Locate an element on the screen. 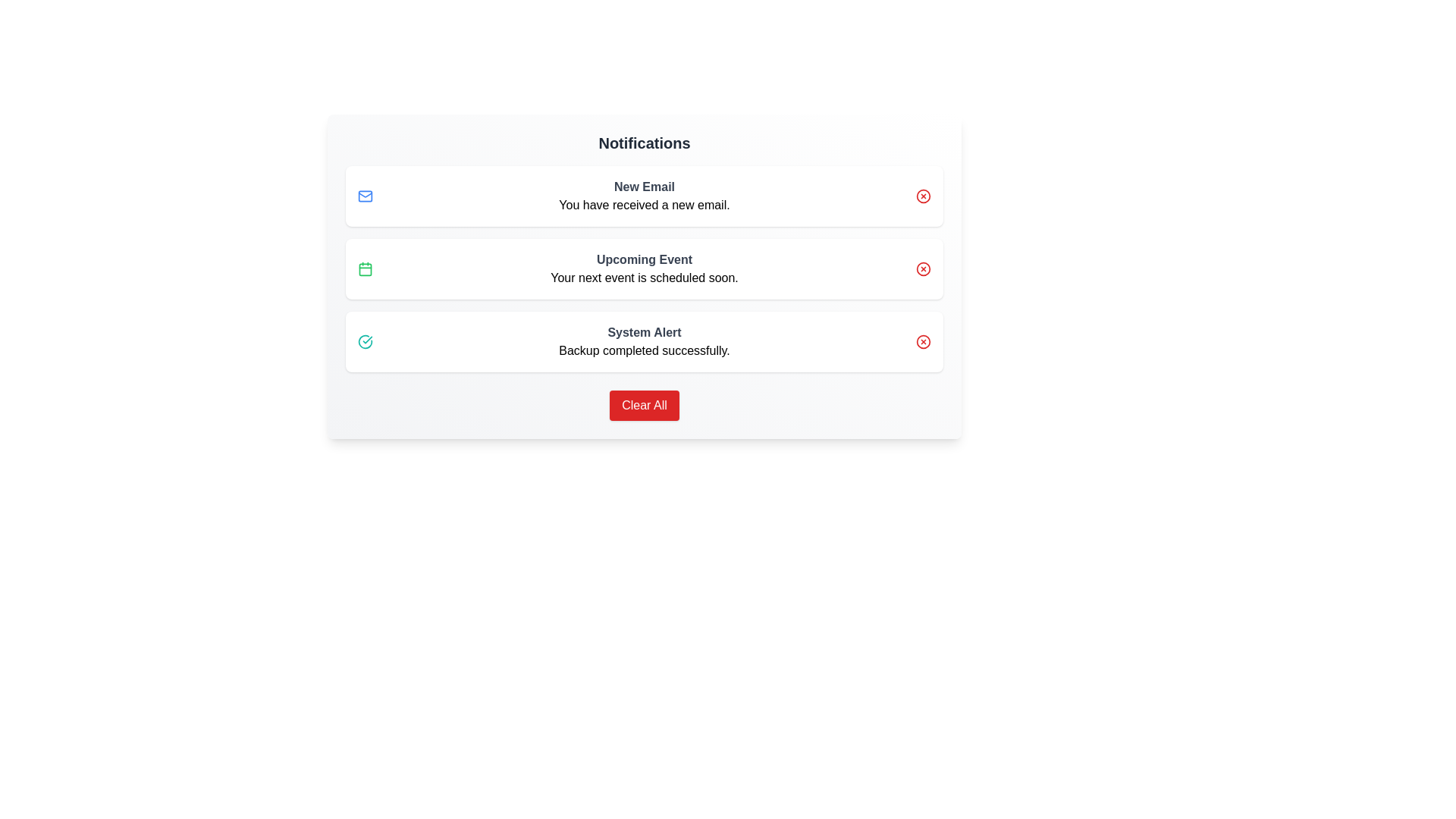 This screenshot has height=819, width=1456. attributes of the blue diagonal line resembling the bottom part of an envelope, which is part of the mail icon in the Notifications panel for 'New Email' is located at coordinates (365, 194).